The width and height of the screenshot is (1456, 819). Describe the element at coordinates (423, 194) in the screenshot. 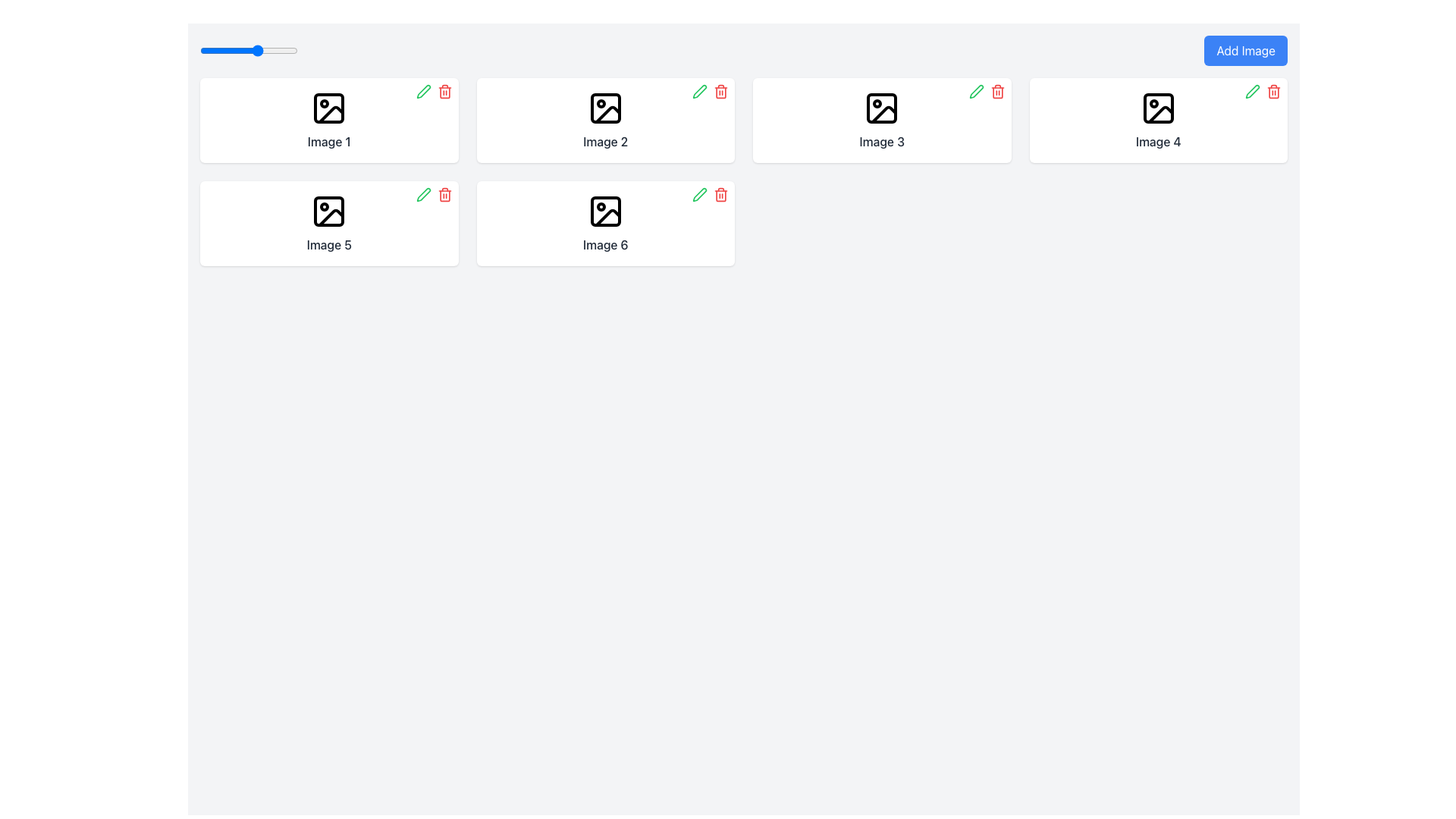

I see `the pen icon located at the top-right corner of the thumbnail labeled 'Image 5'` at that location.